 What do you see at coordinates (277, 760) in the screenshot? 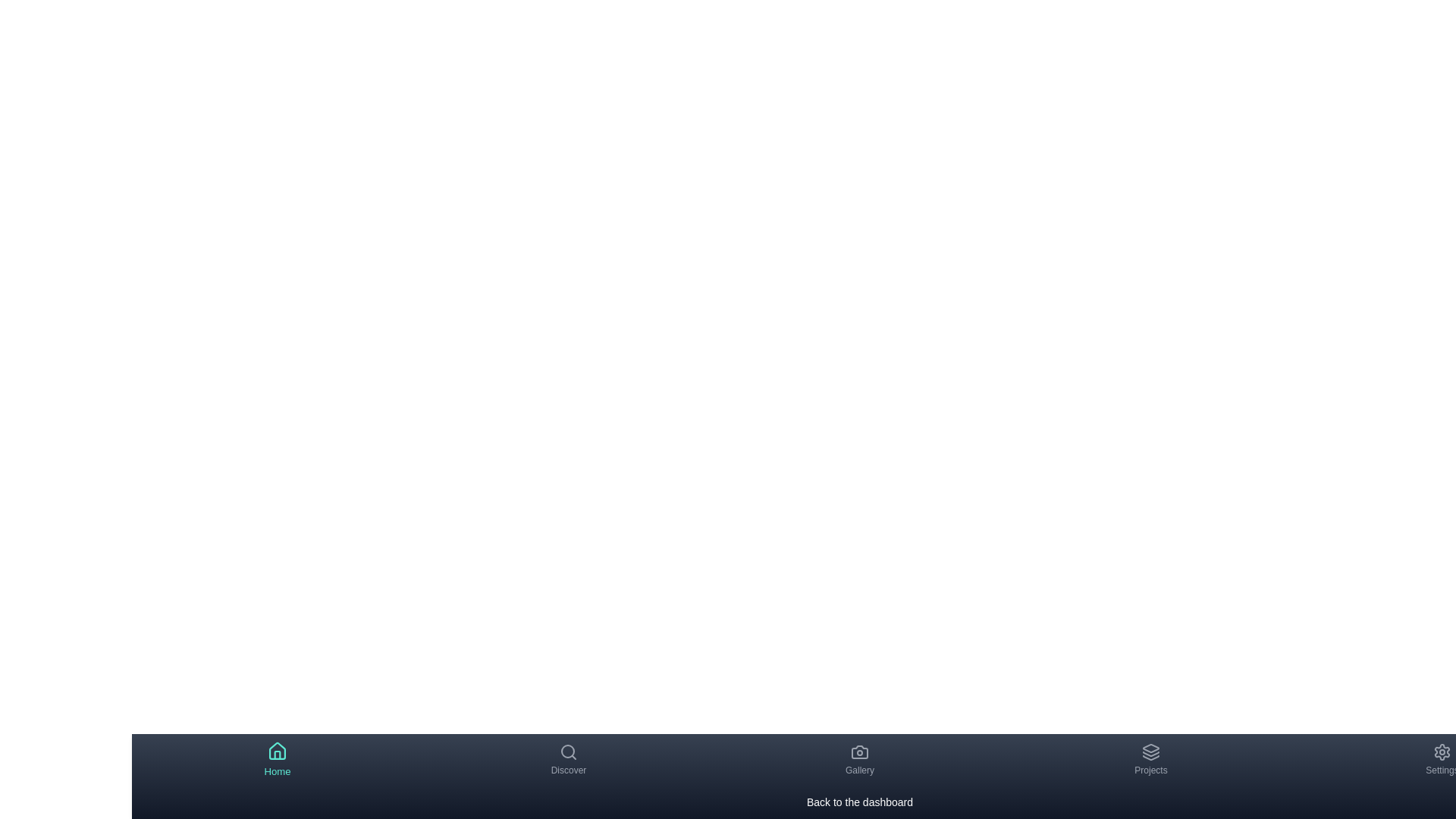
I see `the Home tab by clicking on its navigation item` at bounding box center [277, 760].